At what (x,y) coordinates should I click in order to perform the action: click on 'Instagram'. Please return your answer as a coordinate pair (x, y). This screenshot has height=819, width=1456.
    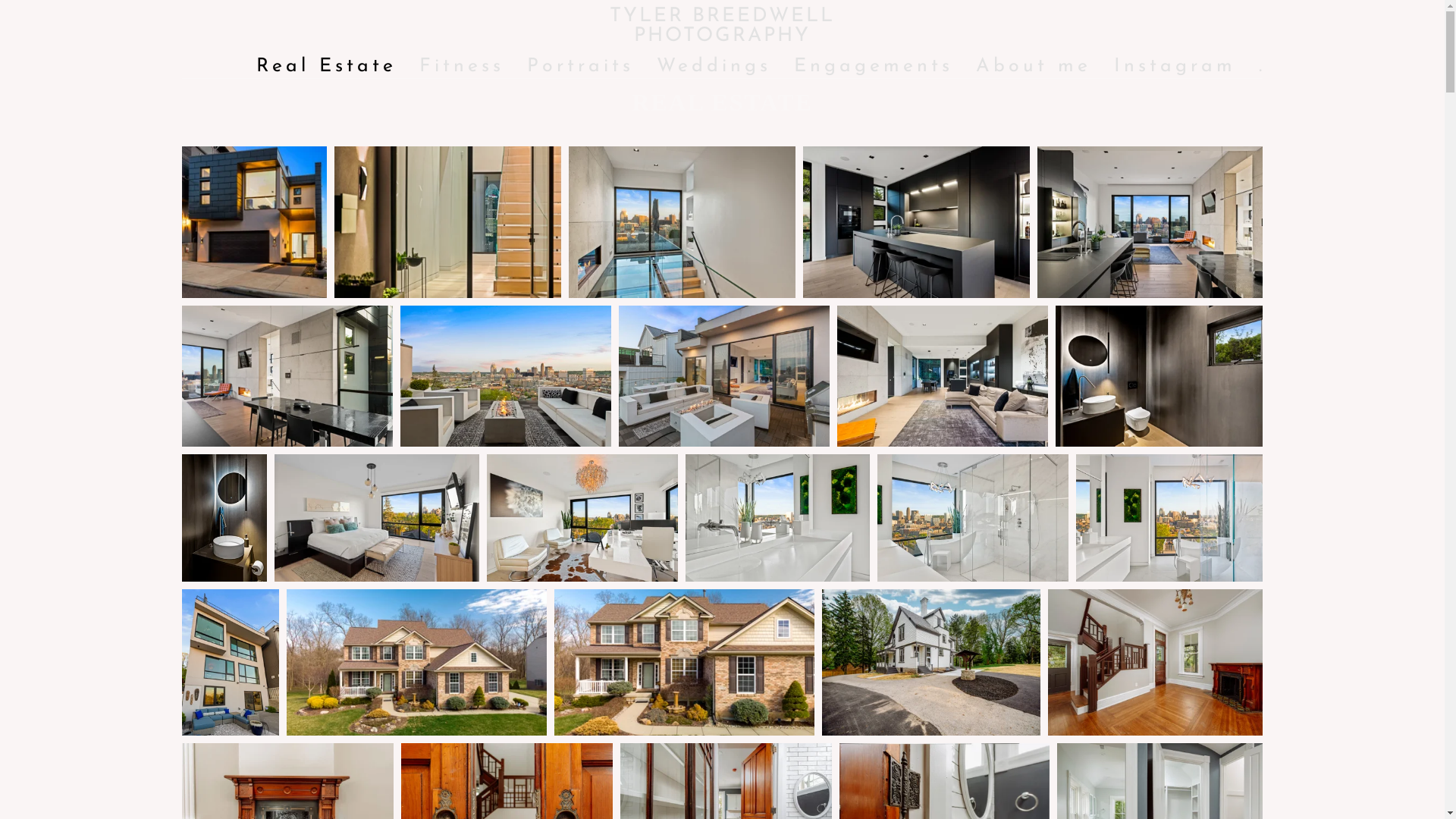
    Looking at the image, I should click on (1103, 65).